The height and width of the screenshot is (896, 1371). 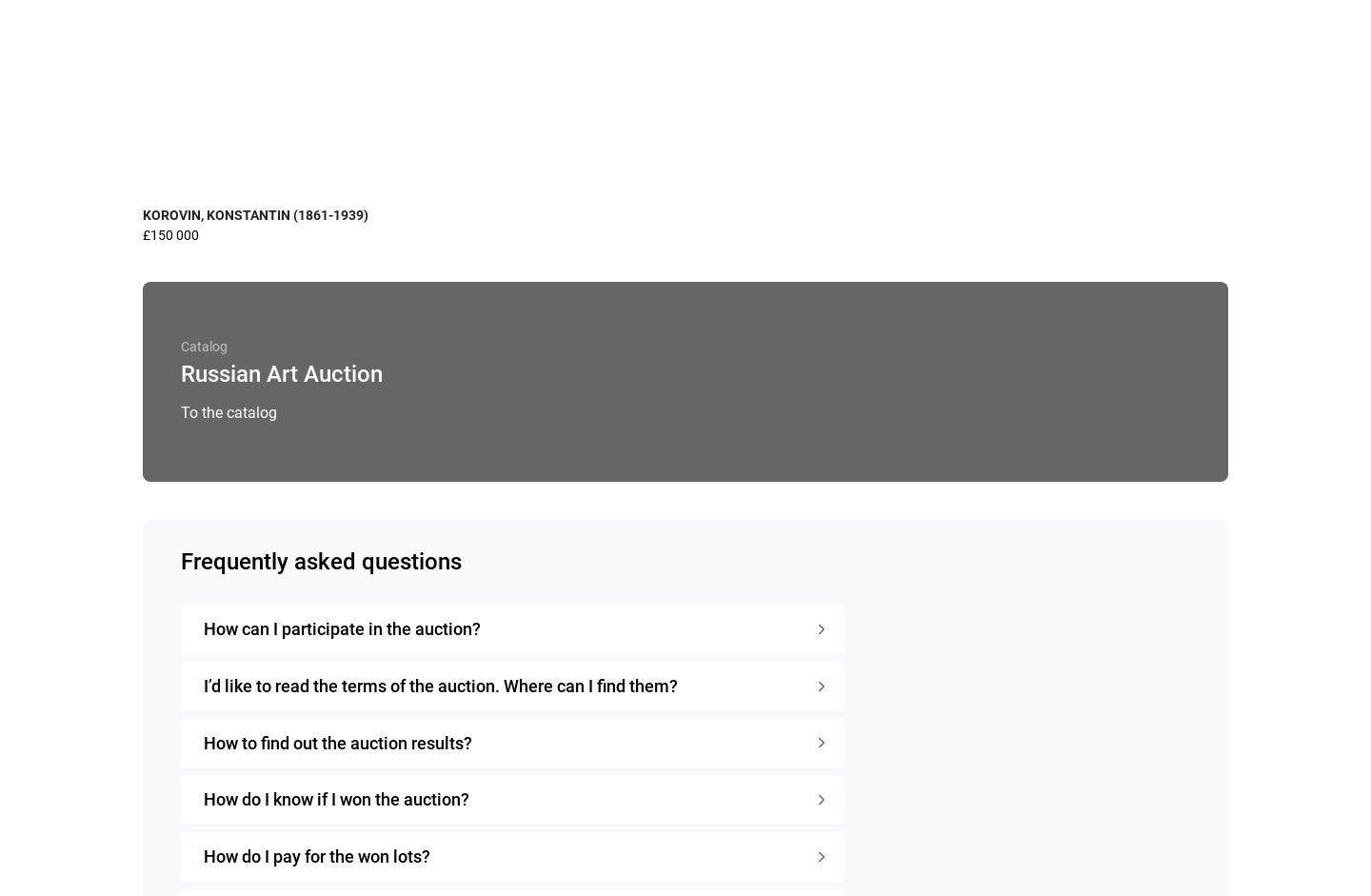 What do you see at coordinates (336, 798) in the screenshot?
I see `'How do I know if I won the auction?'` at bounding box center [336, 798].